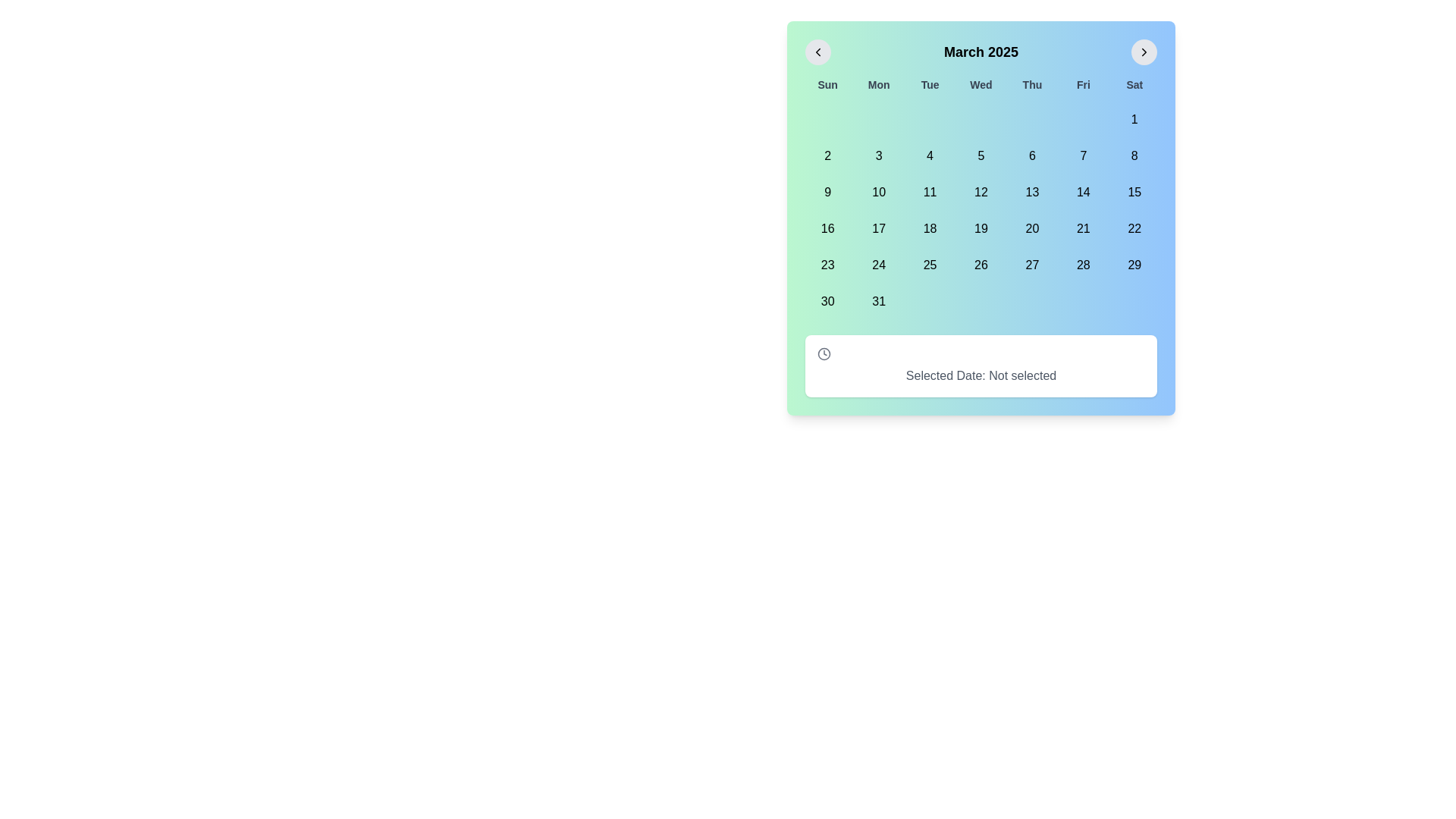 The image size is (1456, 819). What do you see at coordinates (981, 218) in the screenshot?
I see `a date within the Calendar View element titled 'March 2025'` at bounding box center [981, 218].